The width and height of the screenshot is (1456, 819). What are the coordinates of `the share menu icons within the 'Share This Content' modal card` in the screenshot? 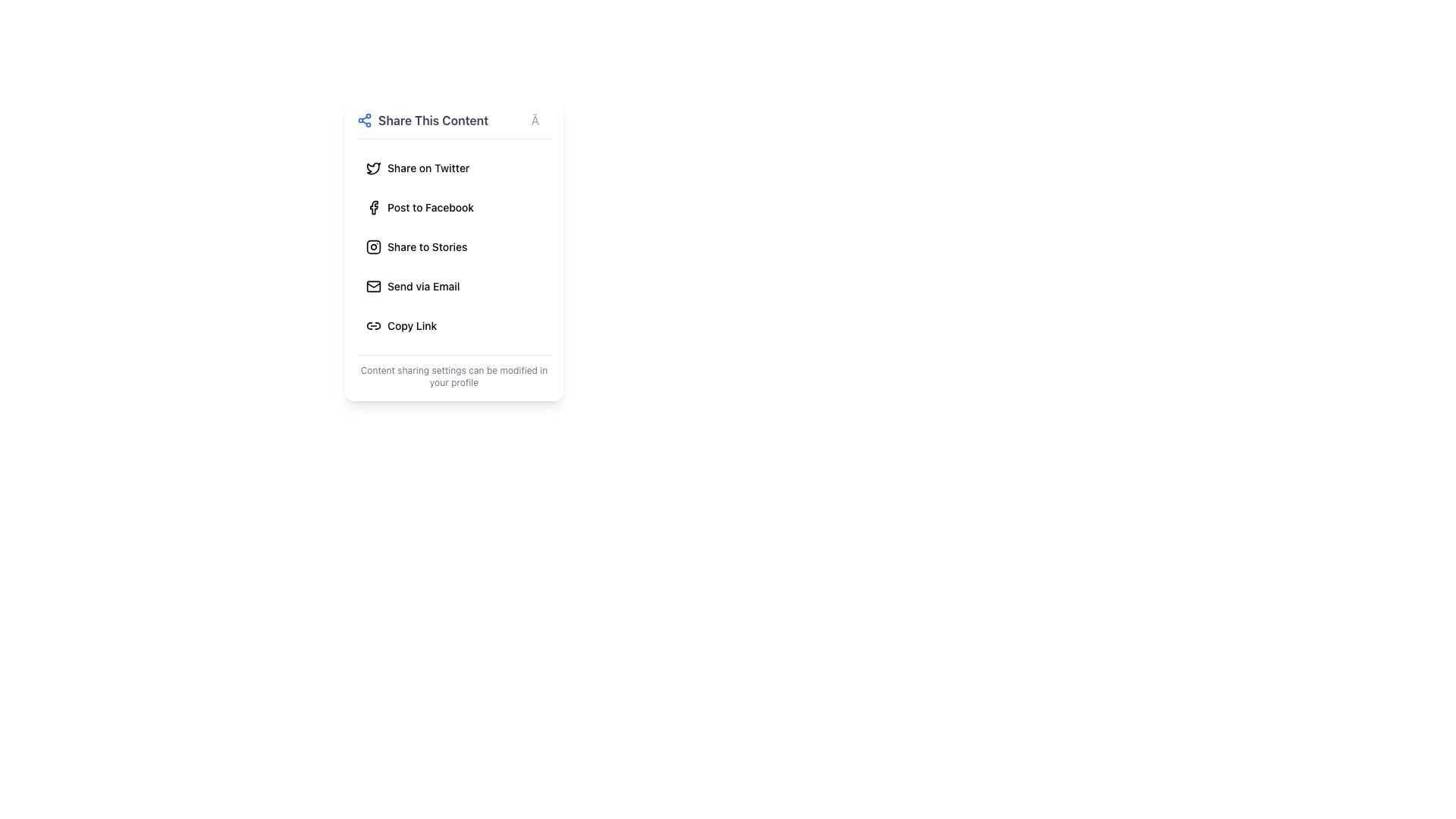 It's located at (453, 249).